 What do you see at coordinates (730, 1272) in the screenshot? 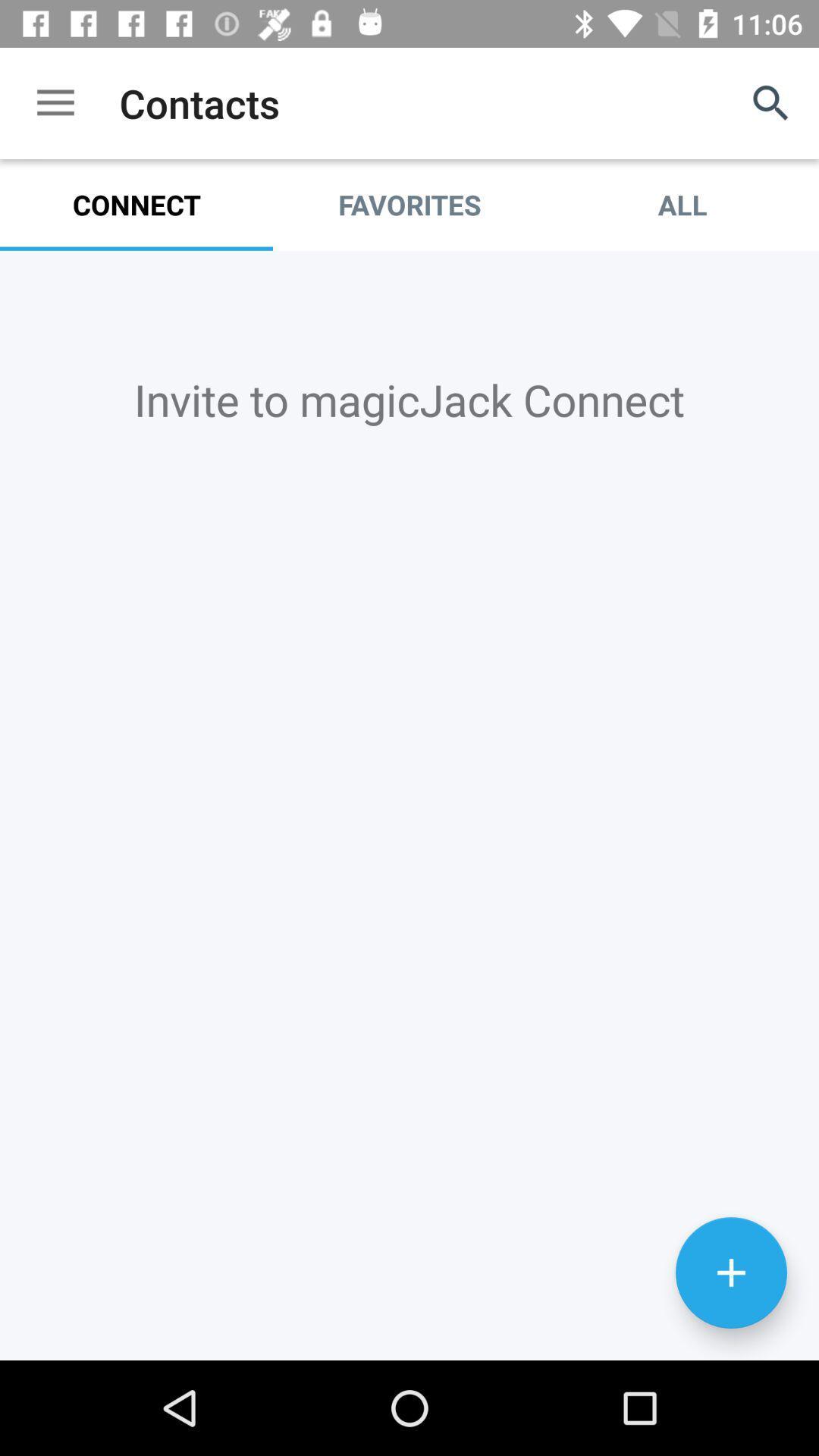
I see `connection` at bounding box center [730, 1272].